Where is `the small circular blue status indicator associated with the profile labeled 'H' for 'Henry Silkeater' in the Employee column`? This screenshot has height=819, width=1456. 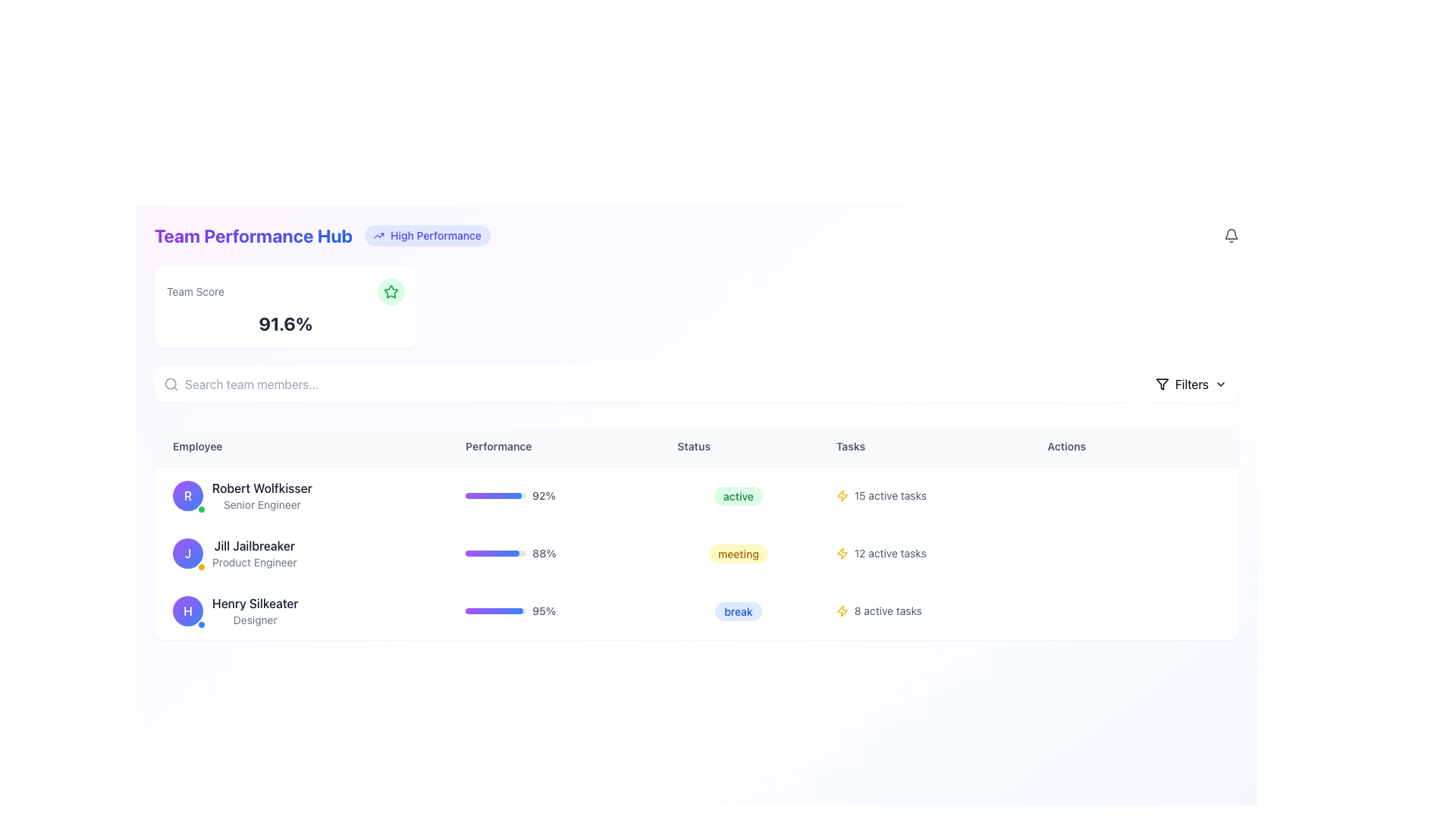
the small circular blue status indicator associated with the profile labeled 'H' for 'Henry Silkeater' in the Employee column is located at coordinates (200, 625).